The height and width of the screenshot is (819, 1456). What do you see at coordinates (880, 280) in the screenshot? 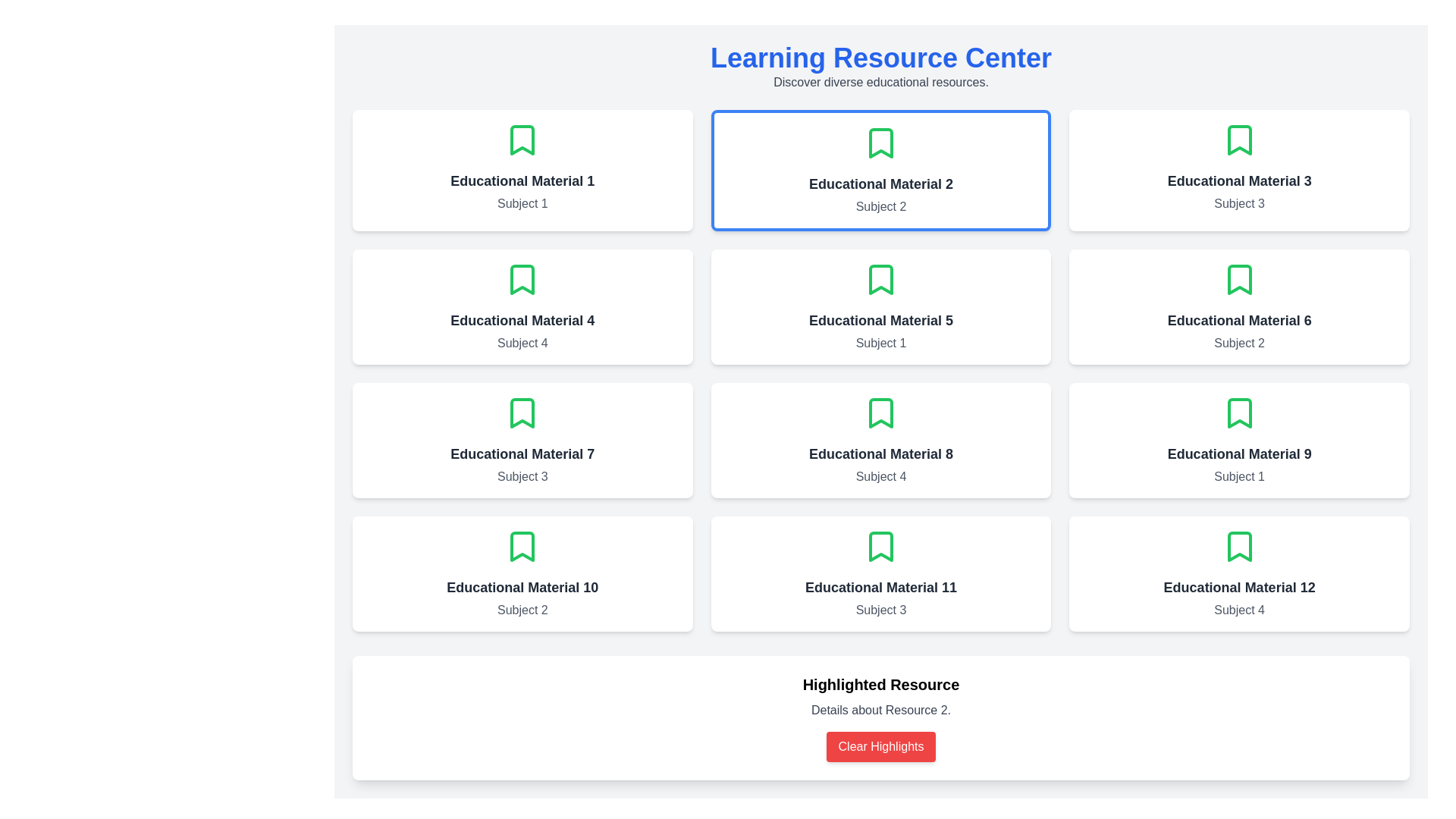
I see `the visual marker icon indicating saved educational material located within the card labeled 'Educational Material 5' in the second row, third column of the grid layout` at bounding box center [880, 280].